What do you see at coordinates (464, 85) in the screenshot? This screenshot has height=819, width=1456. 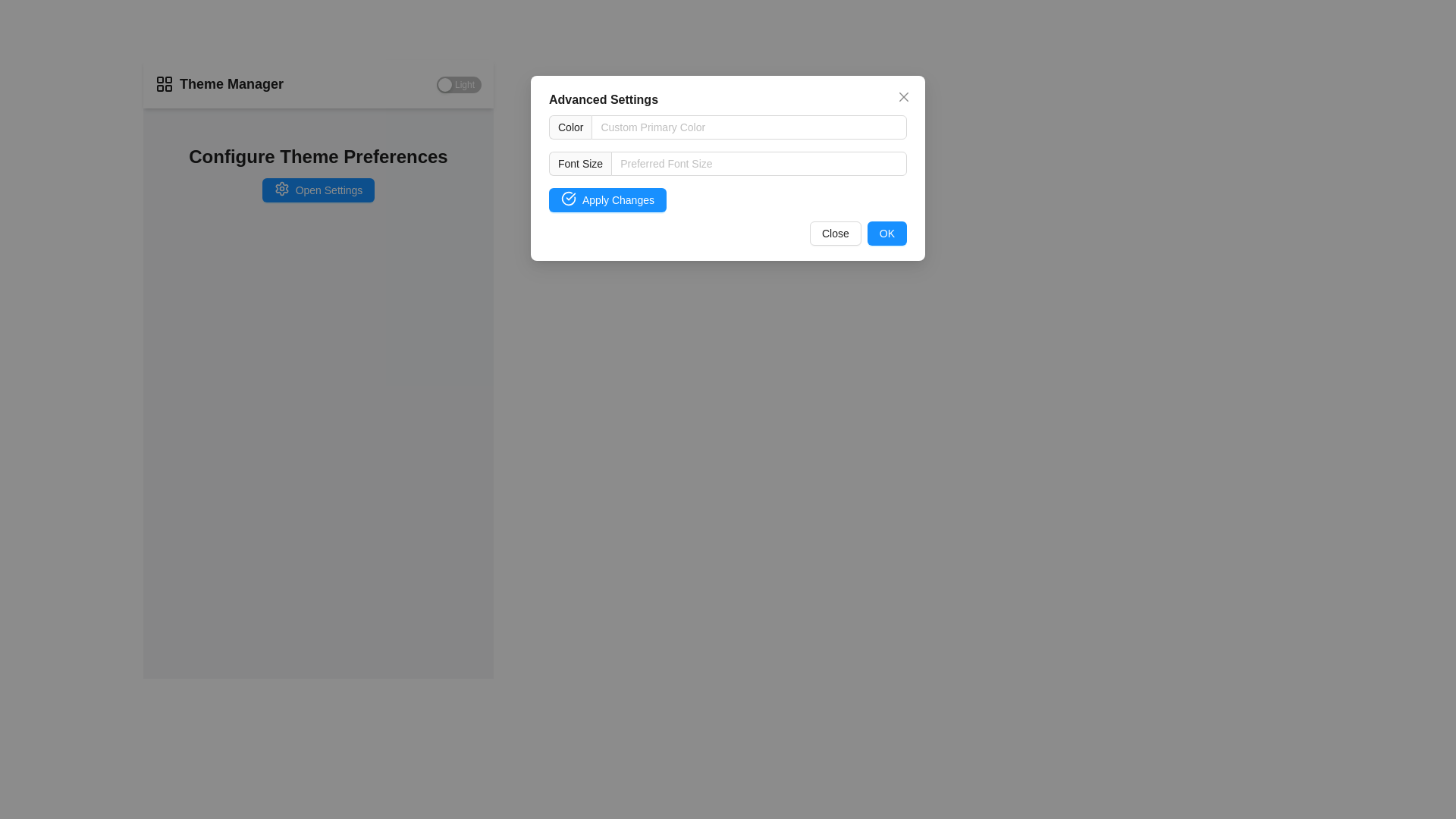 I see `the 'Light' mode text label, which indicates the inactive position of the toggle switch in the Theme Manager section` at bounding box center [464, 85].